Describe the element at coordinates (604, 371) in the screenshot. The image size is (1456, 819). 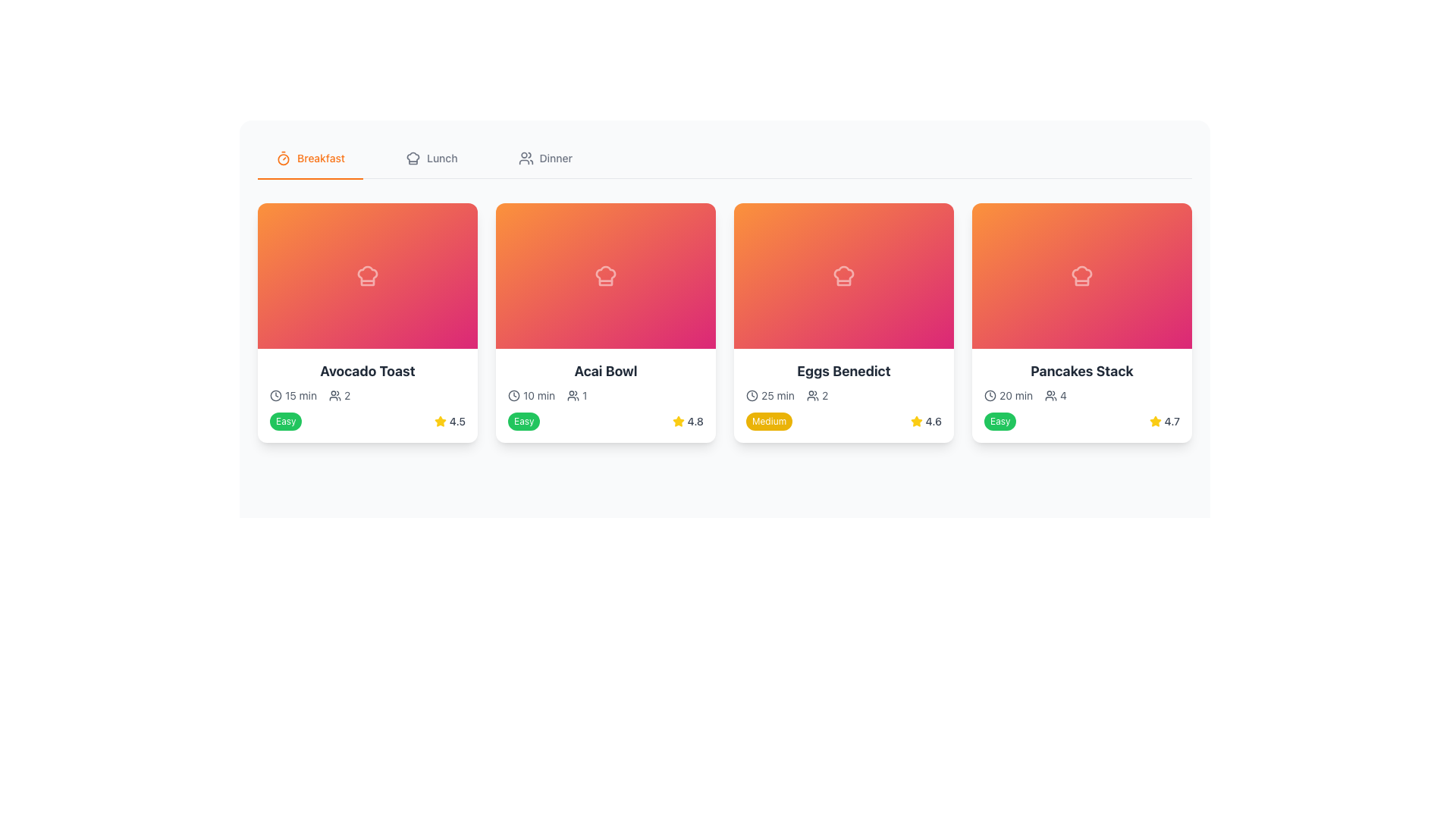
I see `the 'Acai Bowl' text label located at the top of the description section of the card, which is in the second slot of a horizontally arranged list, directly below the orange gradient chef's hat icon` at that location.